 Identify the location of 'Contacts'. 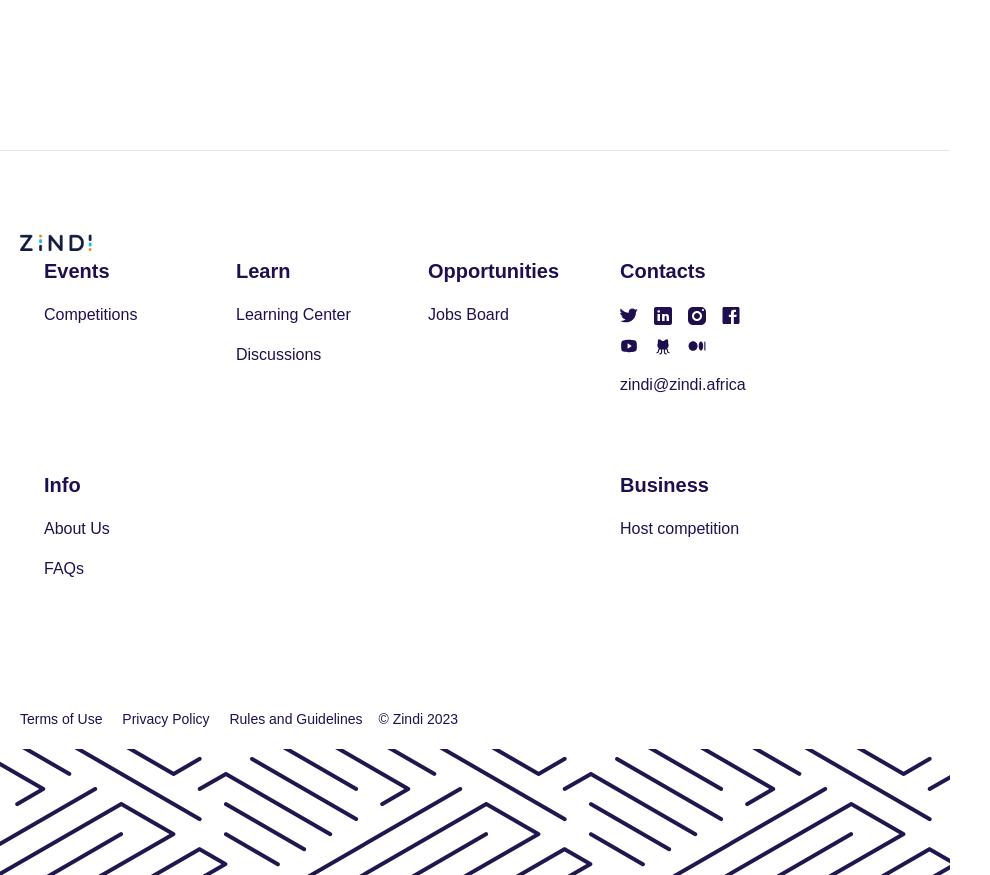
(619, 269).